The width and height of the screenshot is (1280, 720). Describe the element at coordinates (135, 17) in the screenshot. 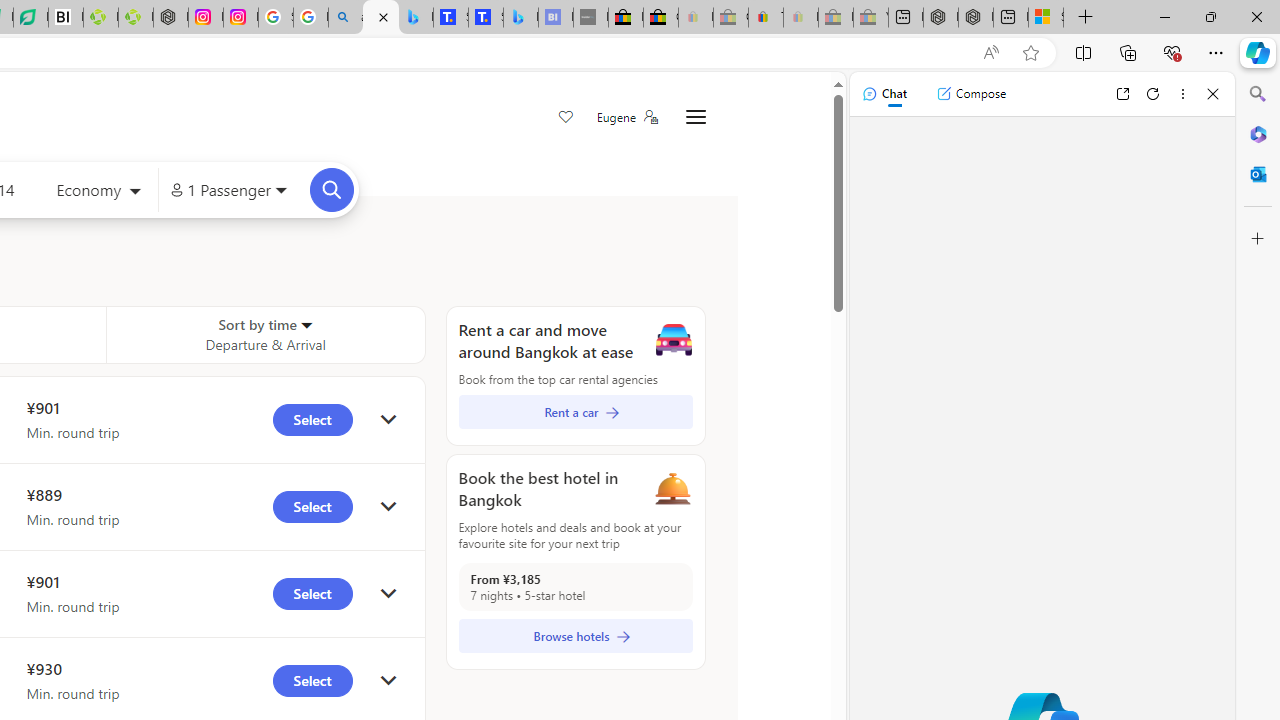

I see `'Descarga Driver Updater'` at that location.